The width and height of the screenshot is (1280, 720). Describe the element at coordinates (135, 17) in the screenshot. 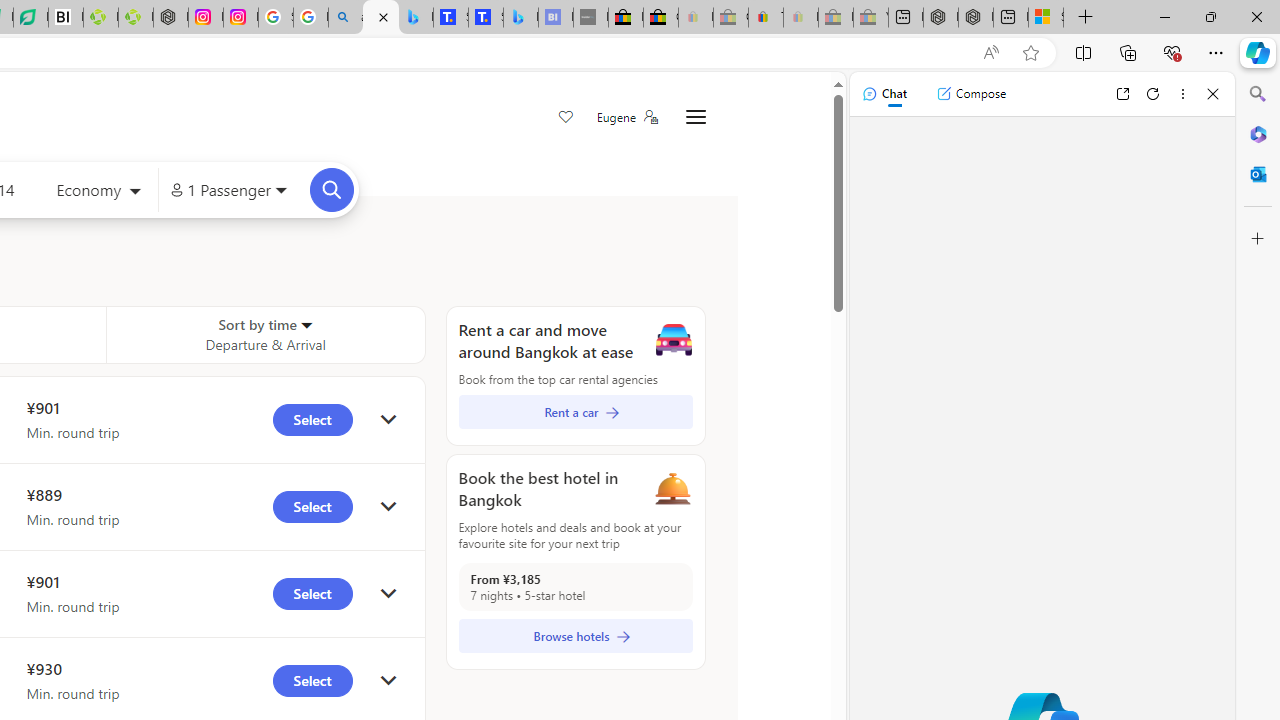

I see `'Descarga Driver Updater'` at that location.